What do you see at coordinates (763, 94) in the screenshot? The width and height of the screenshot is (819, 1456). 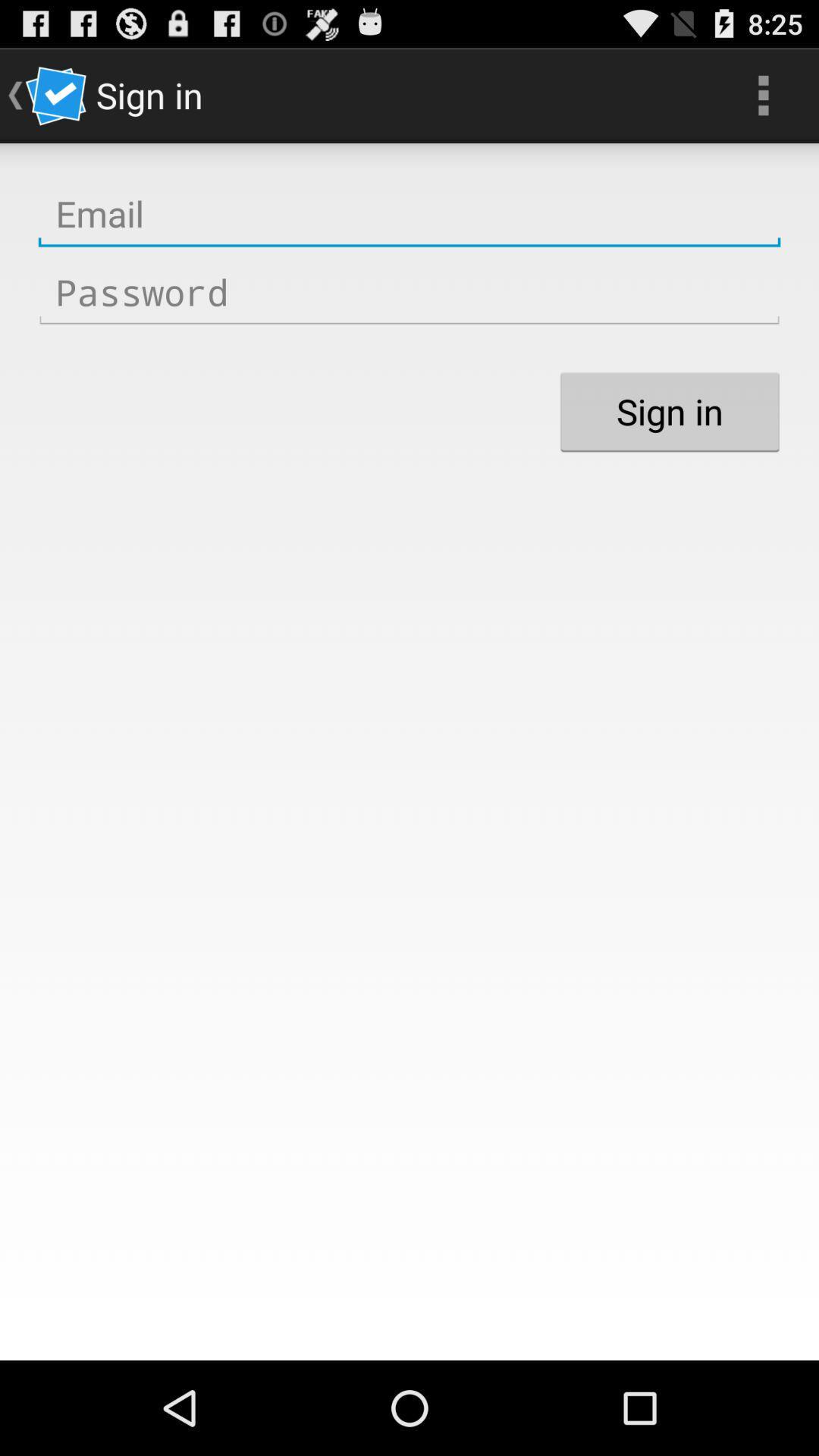 I see `item next to the sign in icon` at bounding box center [763, 94].